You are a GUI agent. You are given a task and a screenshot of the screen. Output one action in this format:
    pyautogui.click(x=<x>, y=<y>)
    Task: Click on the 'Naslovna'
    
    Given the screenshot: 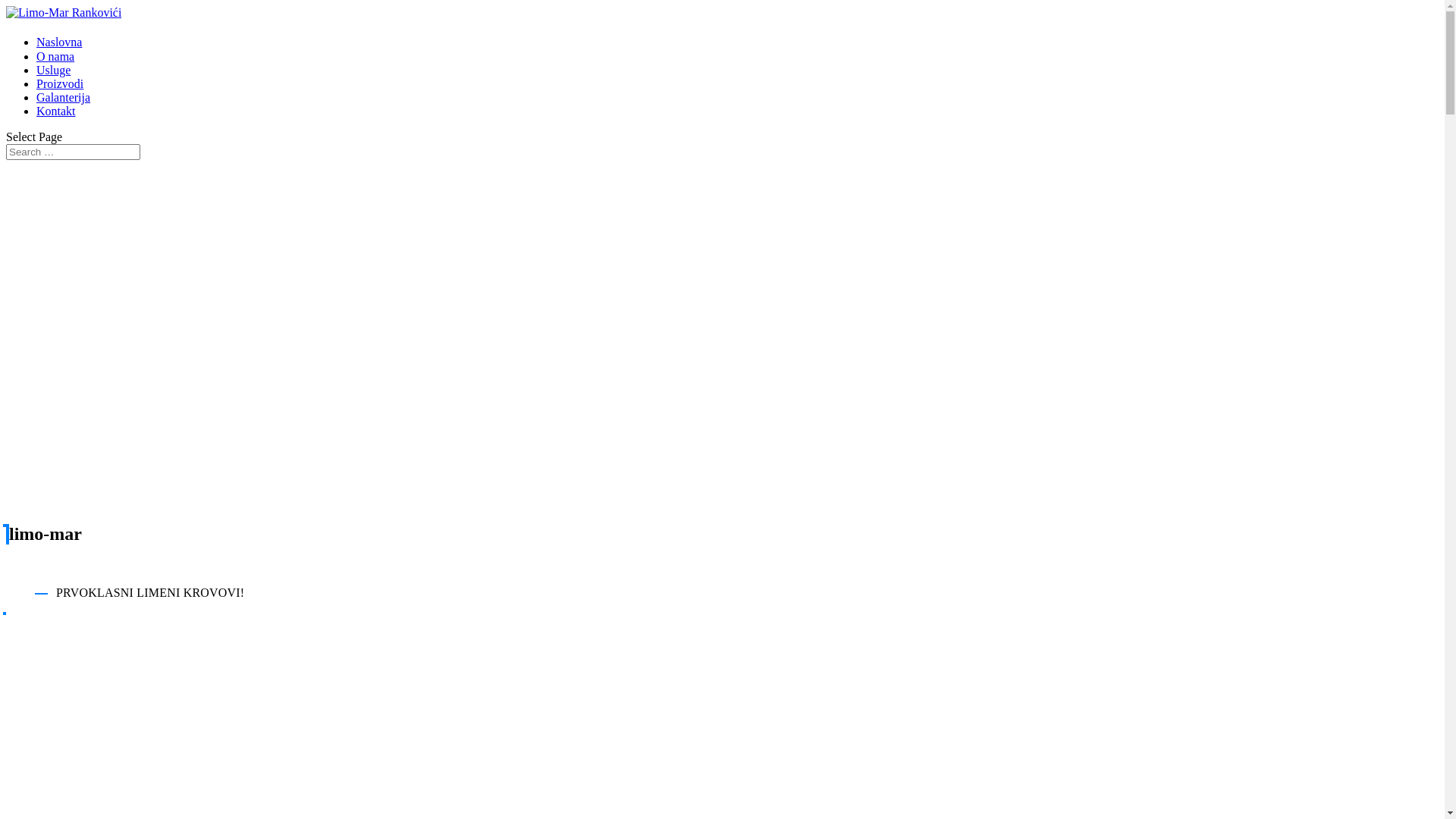 What is the action you would take?
    pyautogui.click(x=58, y=41)
    